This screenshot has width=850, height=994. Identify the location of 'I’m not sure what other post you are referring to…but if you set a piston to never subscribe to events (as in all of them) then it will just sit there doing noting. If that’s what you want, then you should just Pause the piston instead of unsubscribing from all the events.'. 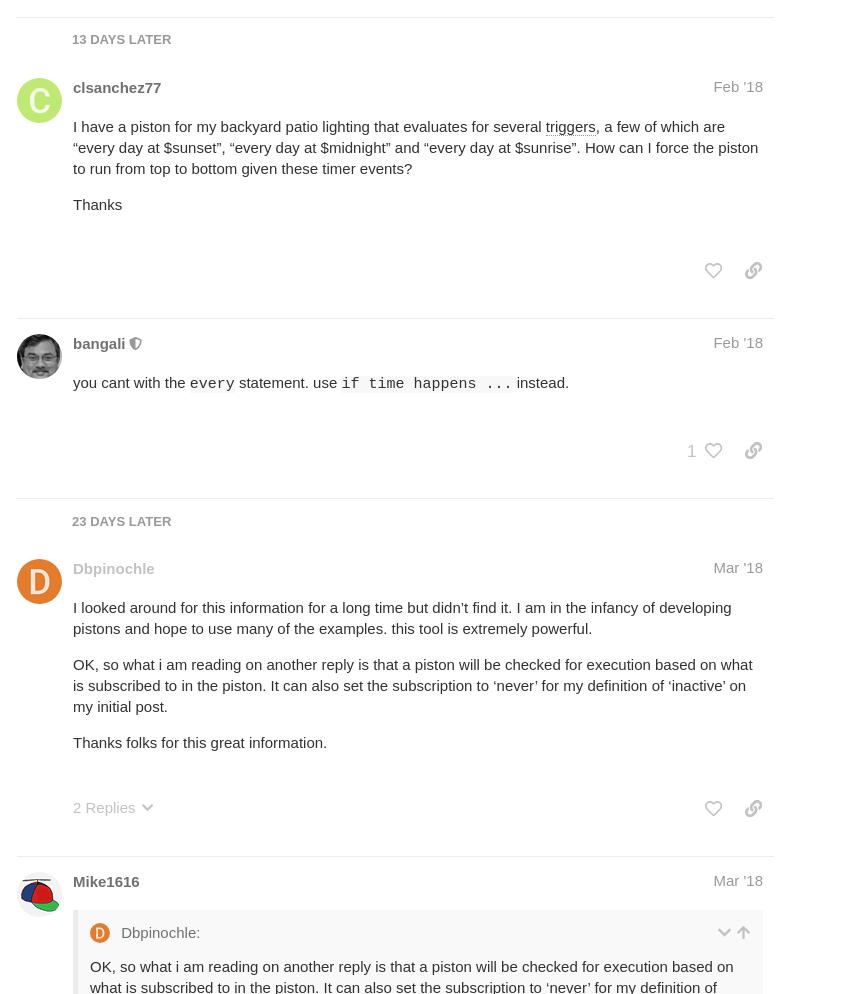
(417, 376).